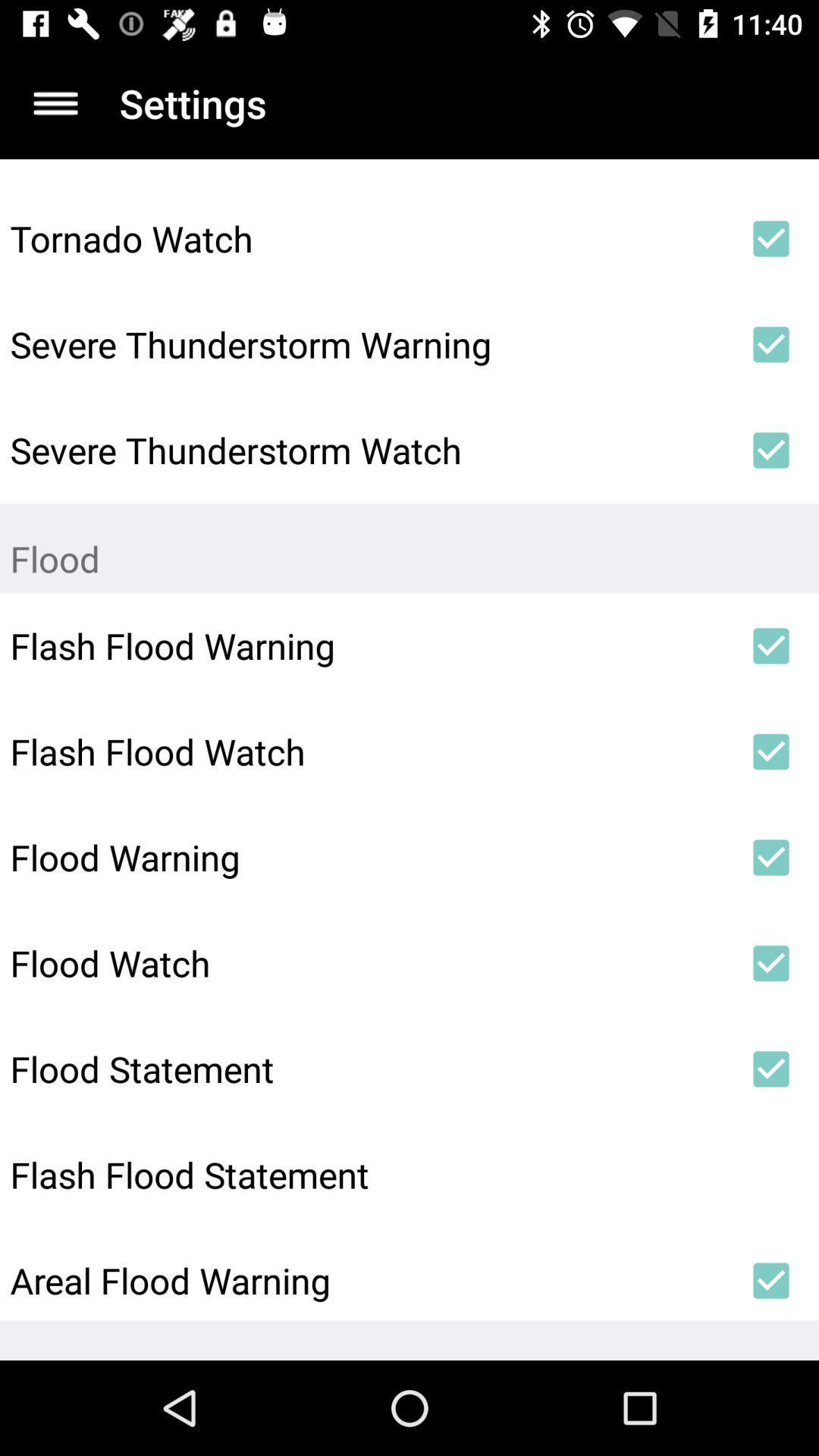 The image size is (819, 1456). I want to click on icon above the tornado watch icon, so click(55, 102).